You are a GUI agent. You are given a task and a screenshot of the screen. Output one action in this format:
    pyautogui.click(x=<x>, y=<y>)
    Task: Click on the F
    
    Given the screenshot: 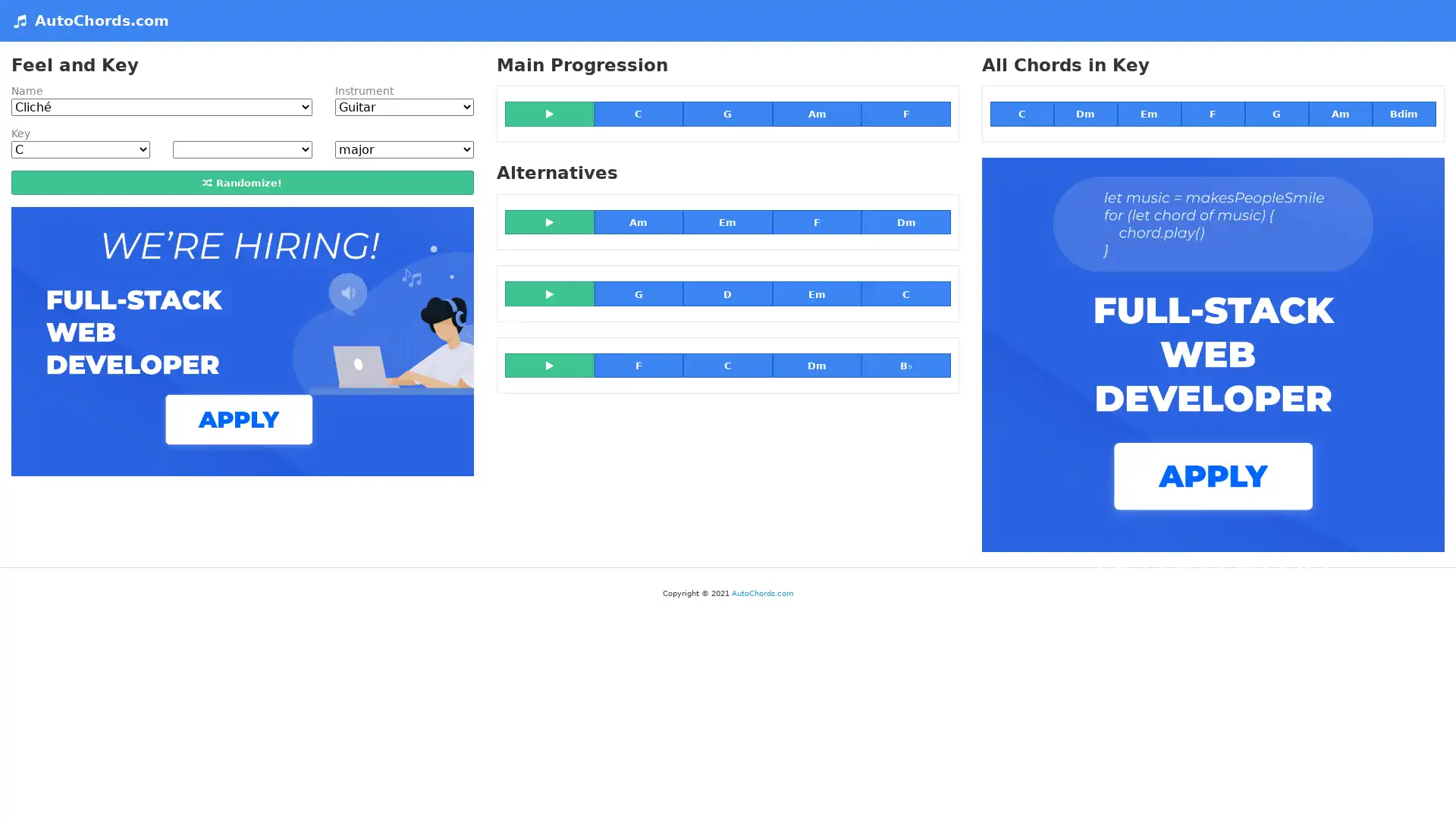 What is the action you would take?
    pyautogui.click(x=638, y=365)
    